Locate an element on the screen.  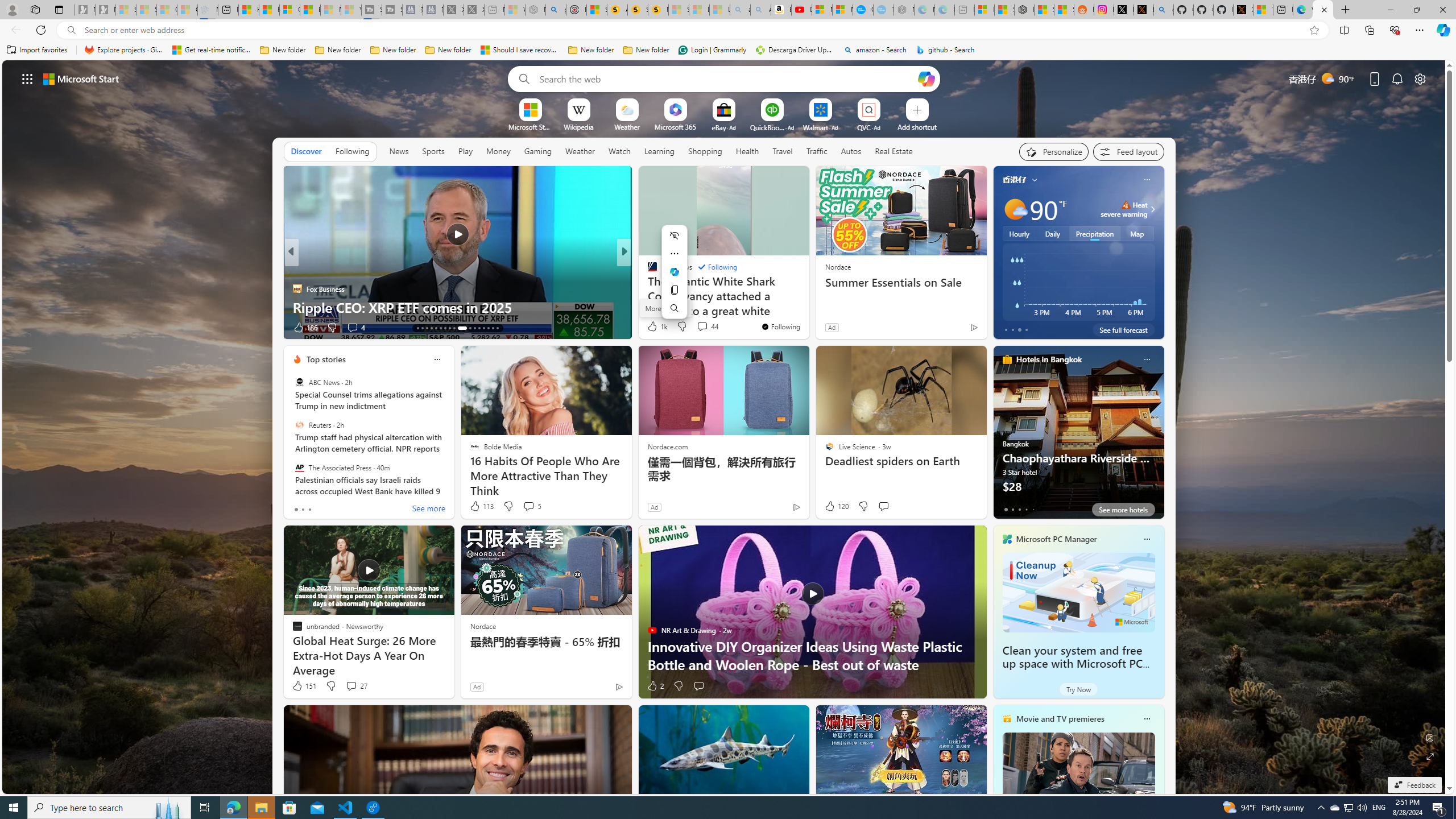
'AutomationID: tab-14' is located at coordinates (421, 328).